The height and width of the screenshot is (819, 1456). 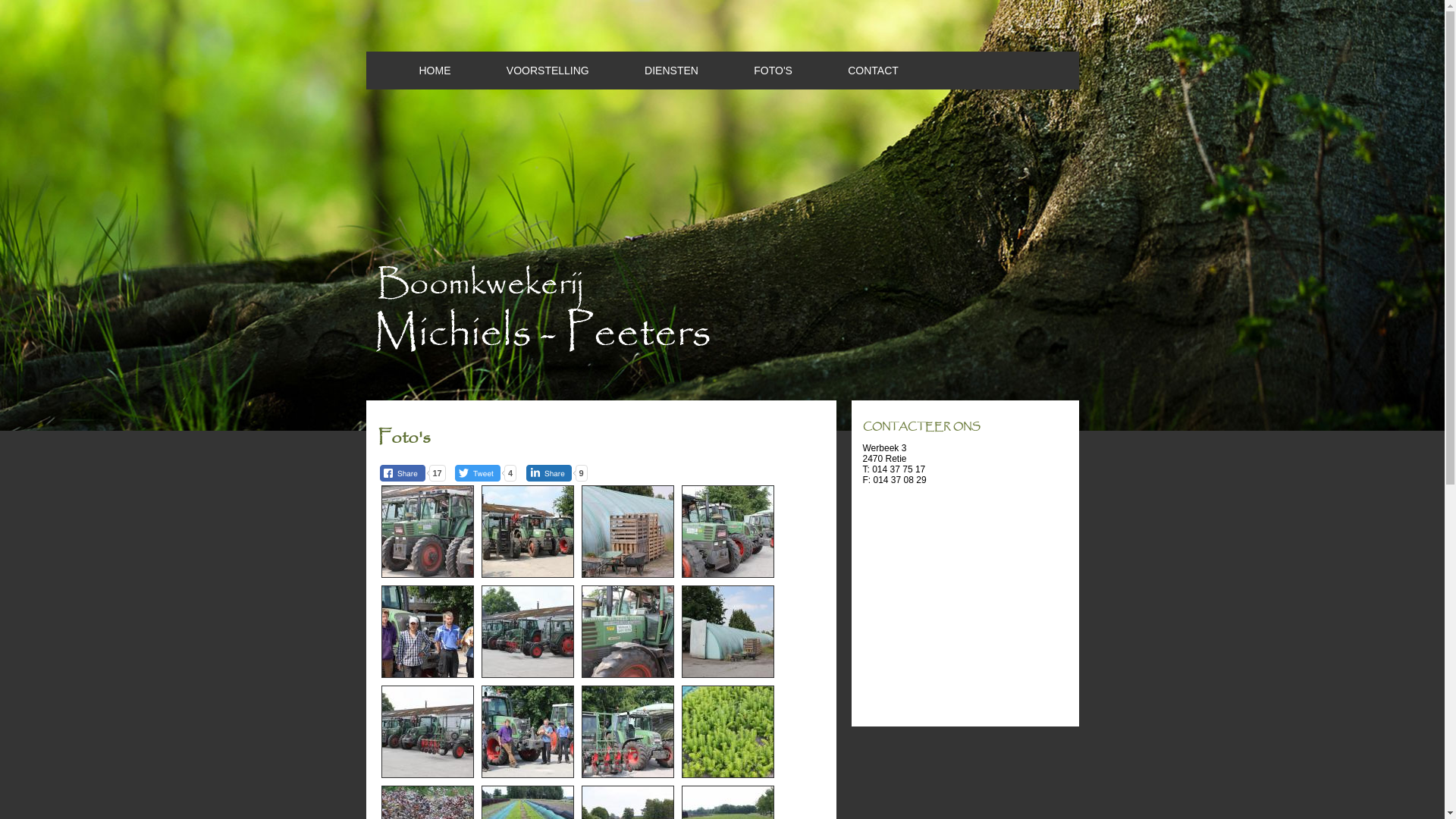 What do you see at coordinates (645, 70) in the screenshot?
I see `'DIENSTEN'` at bounding box center [645, 70].